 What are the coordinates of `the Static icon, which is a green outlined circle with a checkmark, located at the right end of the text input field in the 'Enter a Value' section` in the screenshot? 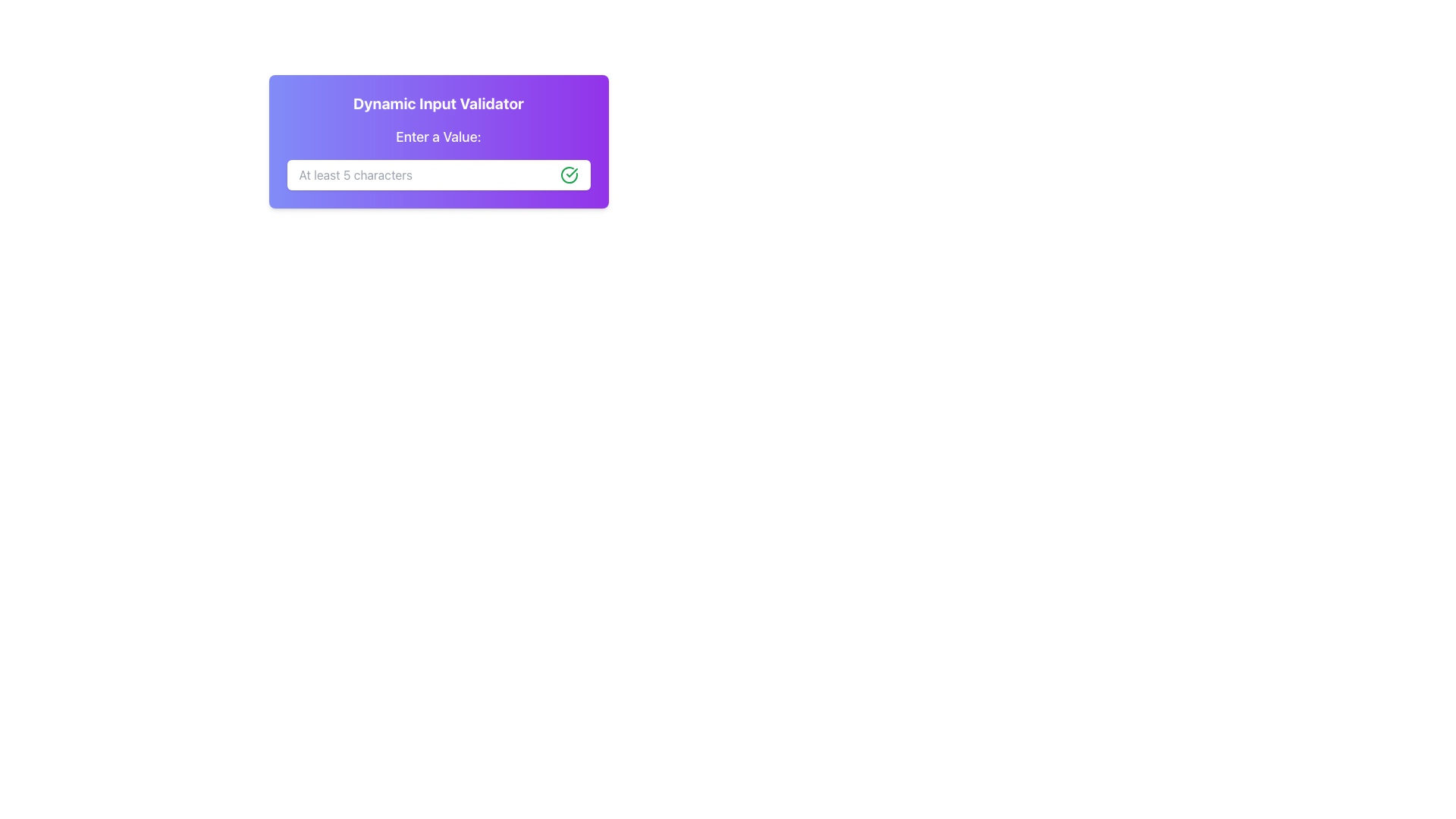 It's located at (568, 174).